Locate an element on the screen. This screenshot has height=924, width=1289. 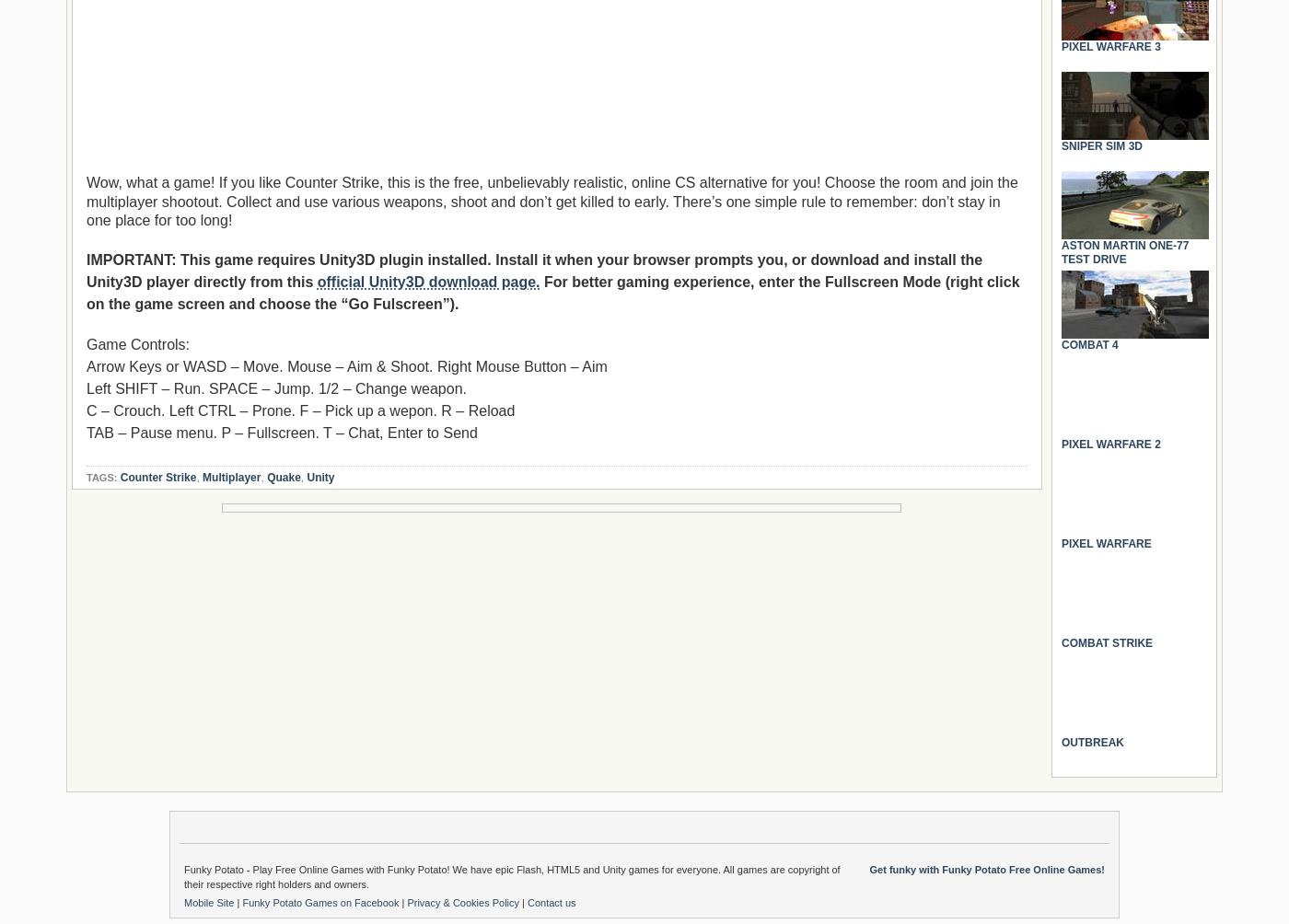
'OUTBREAK' is located at coordinates (1062, 742).